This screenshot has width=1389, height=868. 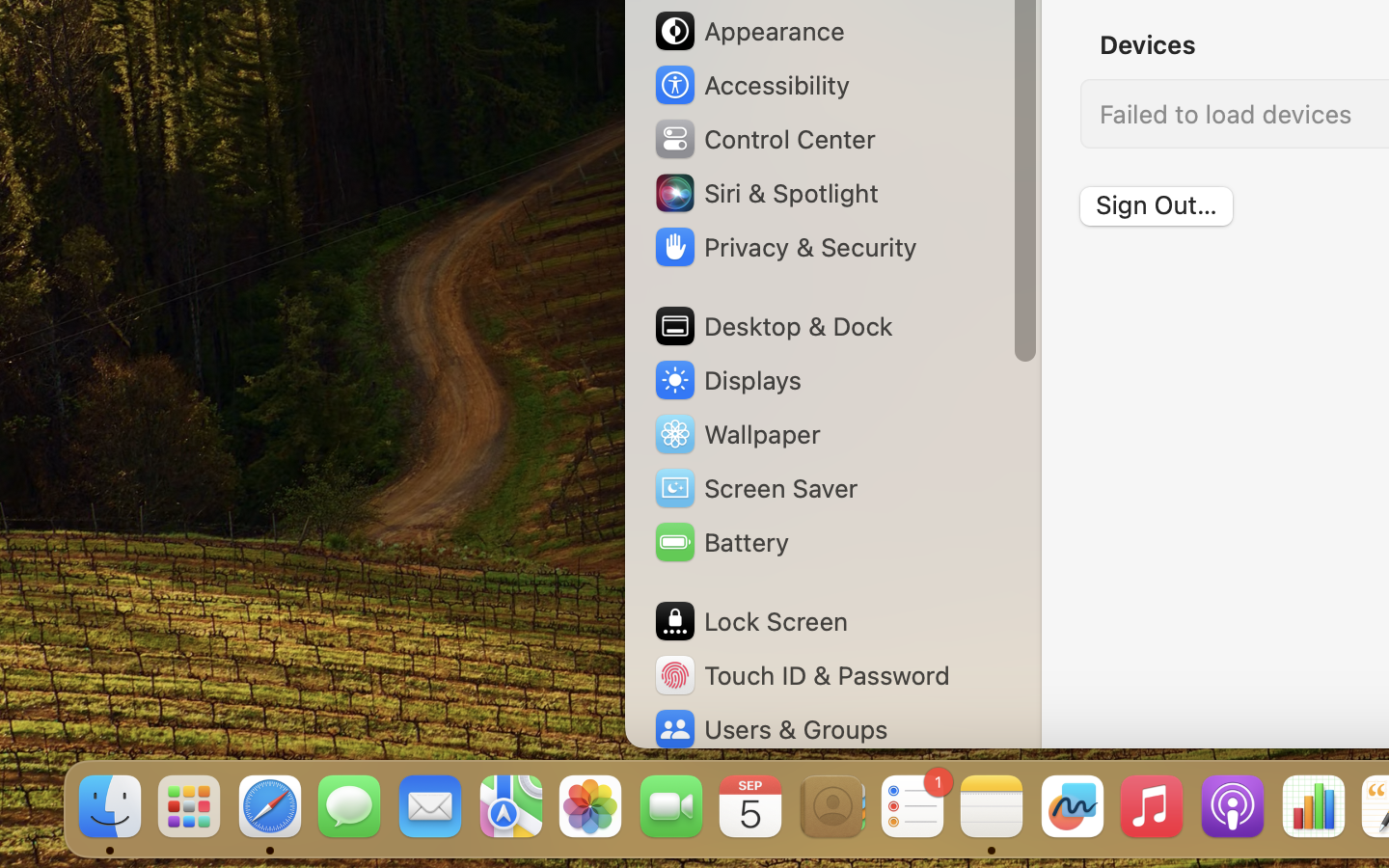 What do you see at coordinates (1225, 113) in the screenshot?
I see `'Failed to load devices'` at bounding box center [1225, 113].